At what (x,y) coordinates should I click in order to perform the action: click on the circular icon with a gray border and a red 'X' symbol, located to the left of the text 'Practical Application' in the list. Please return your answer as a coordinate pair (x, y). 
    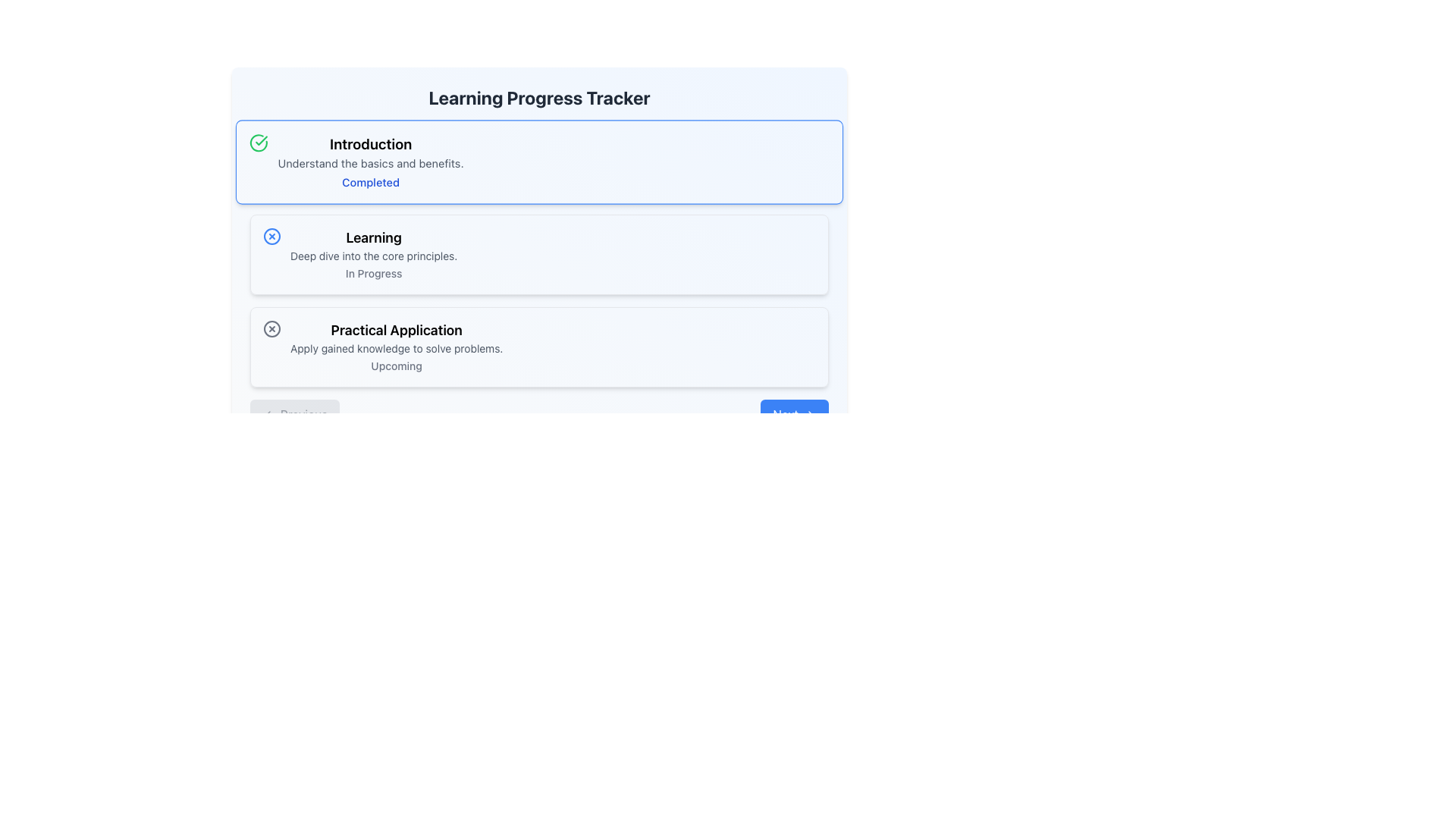
    Looking at the image, I should click on (272, 328).